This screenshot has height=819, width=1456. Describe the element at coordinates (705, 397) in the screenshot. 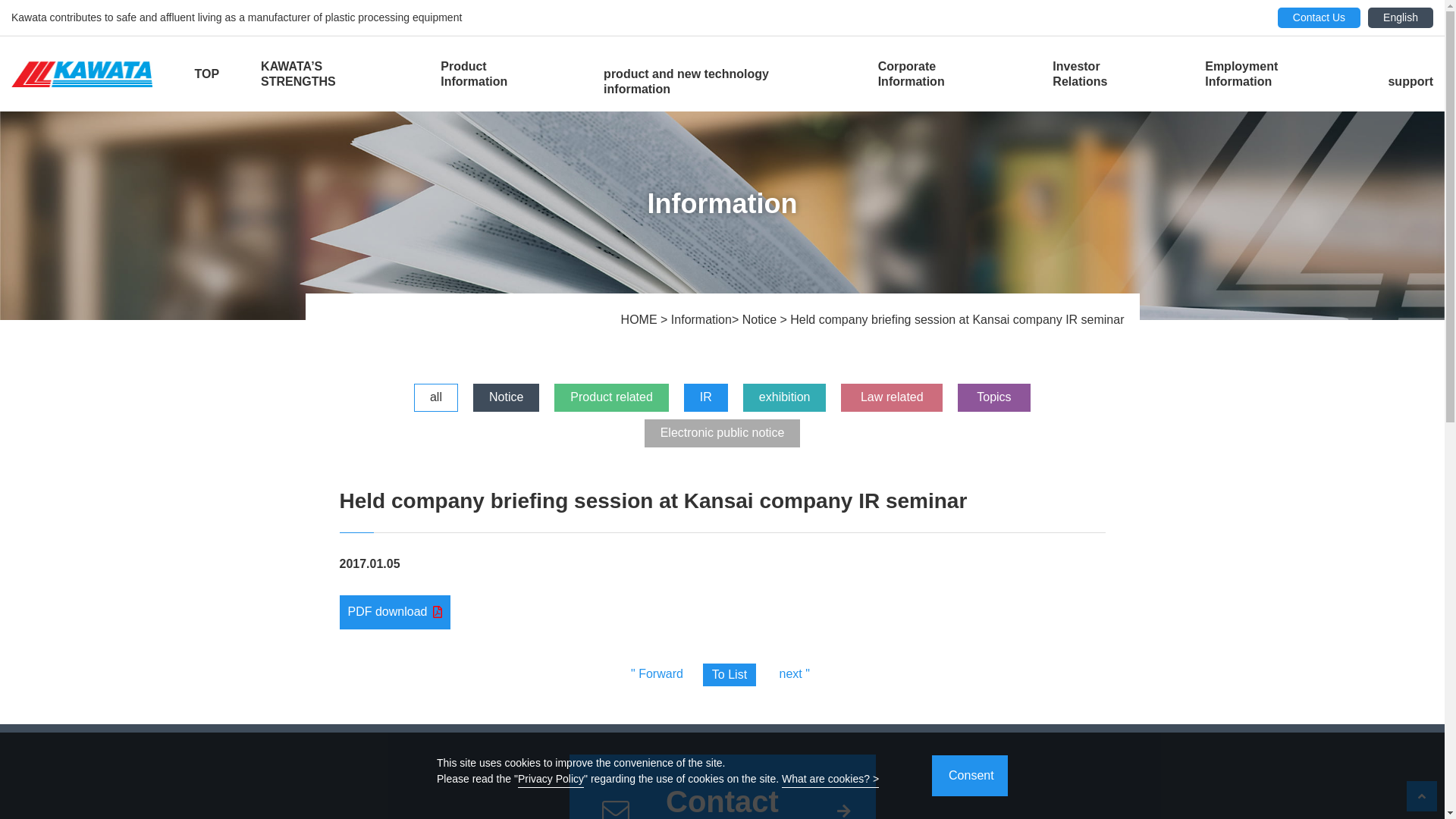

I see `'IR'` at that location.